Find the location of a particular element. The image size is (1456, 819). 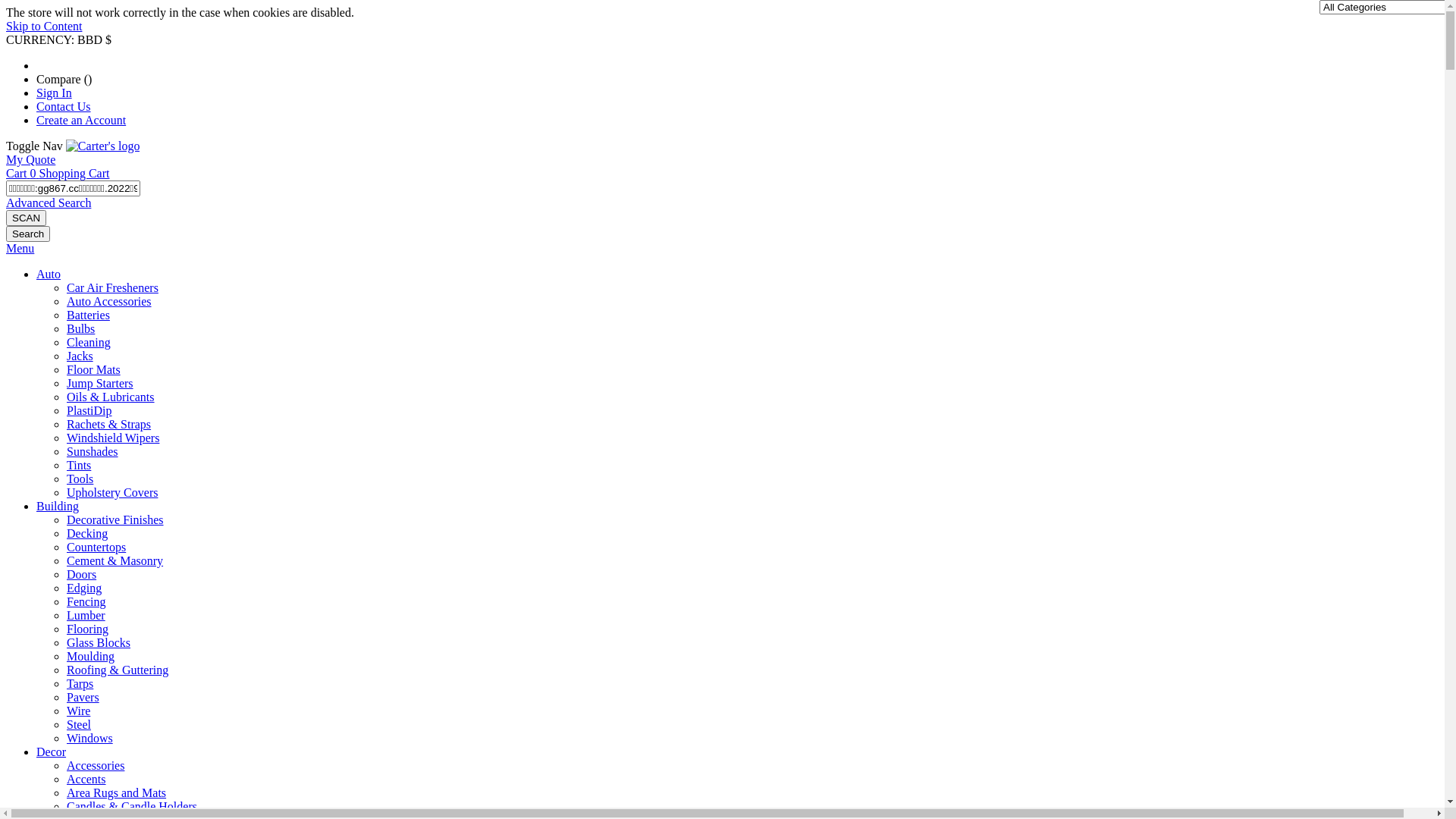

'Search' is located at coordinates (28, 234).